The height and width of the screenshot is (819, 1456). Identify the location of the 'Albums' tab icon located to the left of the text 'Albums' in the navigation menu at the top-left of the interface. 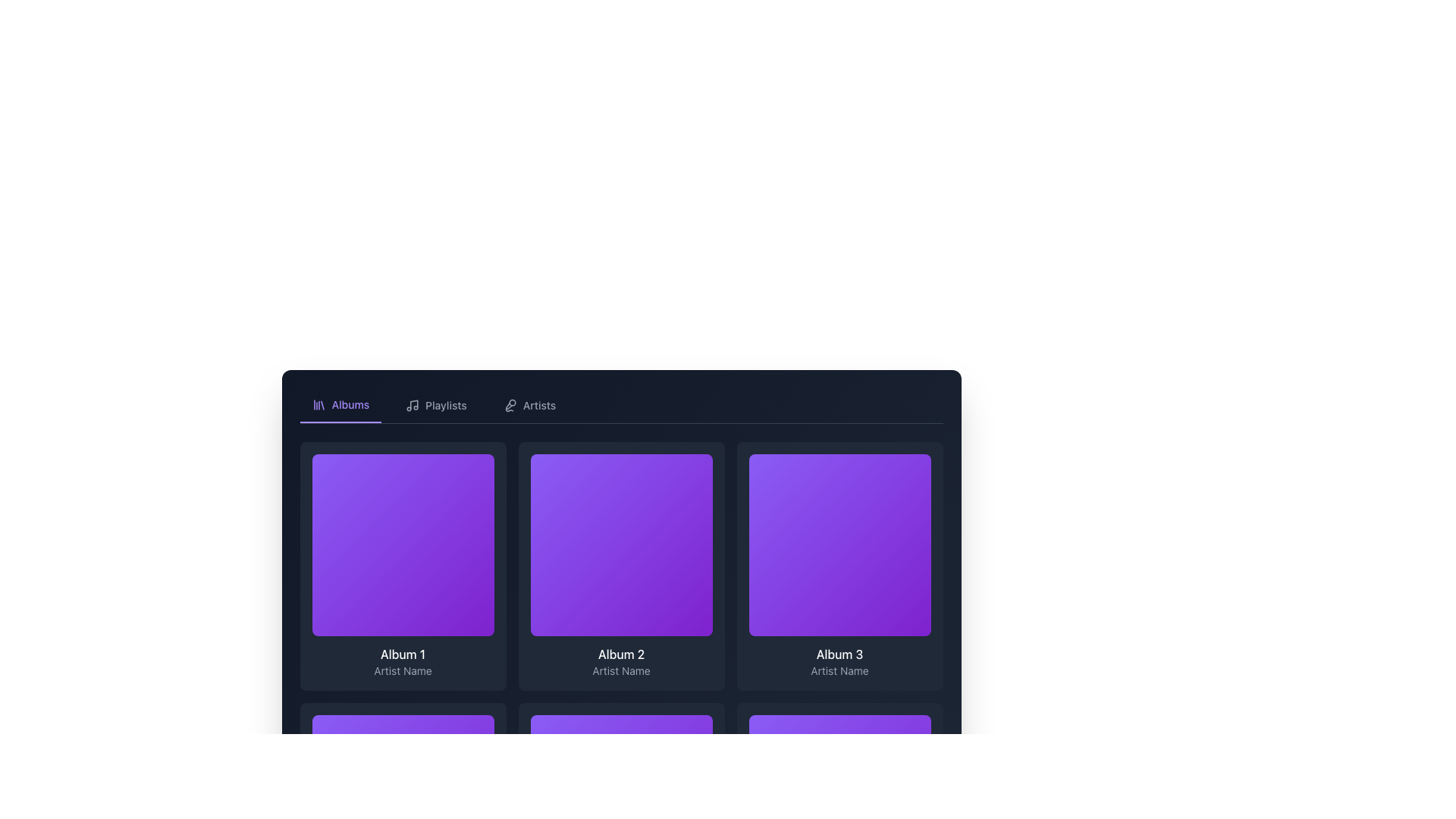
(318, 403).